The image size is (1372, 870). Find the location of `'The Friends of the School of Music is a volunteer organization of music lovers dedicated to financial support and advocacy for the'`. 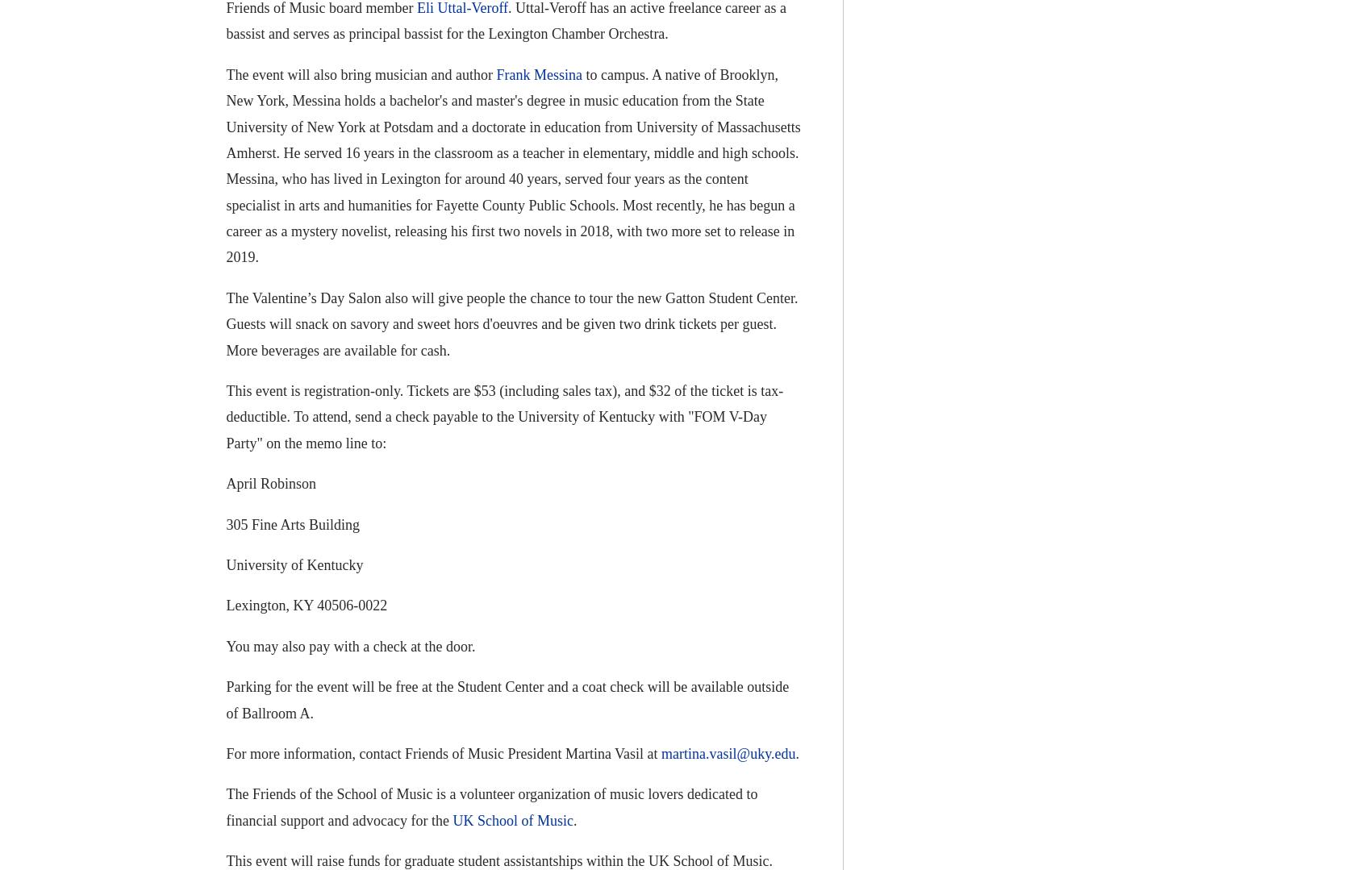

'The Friends of the School of Music is a volunteer organization of music lovers dedicated to financial support and advocacy for the' is located at coordinates (225, 806).